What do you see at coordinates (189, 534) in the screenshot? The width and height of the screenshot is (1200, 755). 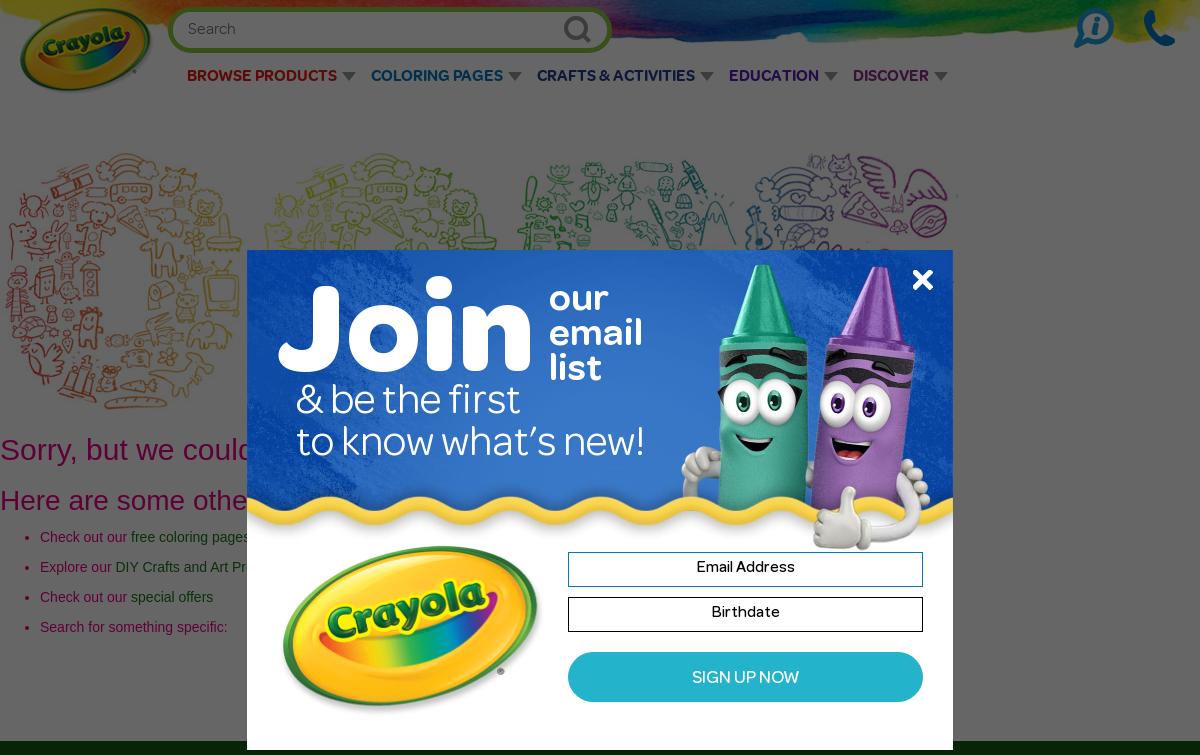 I see `'free coloring pages'` at bounding box center [189, 534].